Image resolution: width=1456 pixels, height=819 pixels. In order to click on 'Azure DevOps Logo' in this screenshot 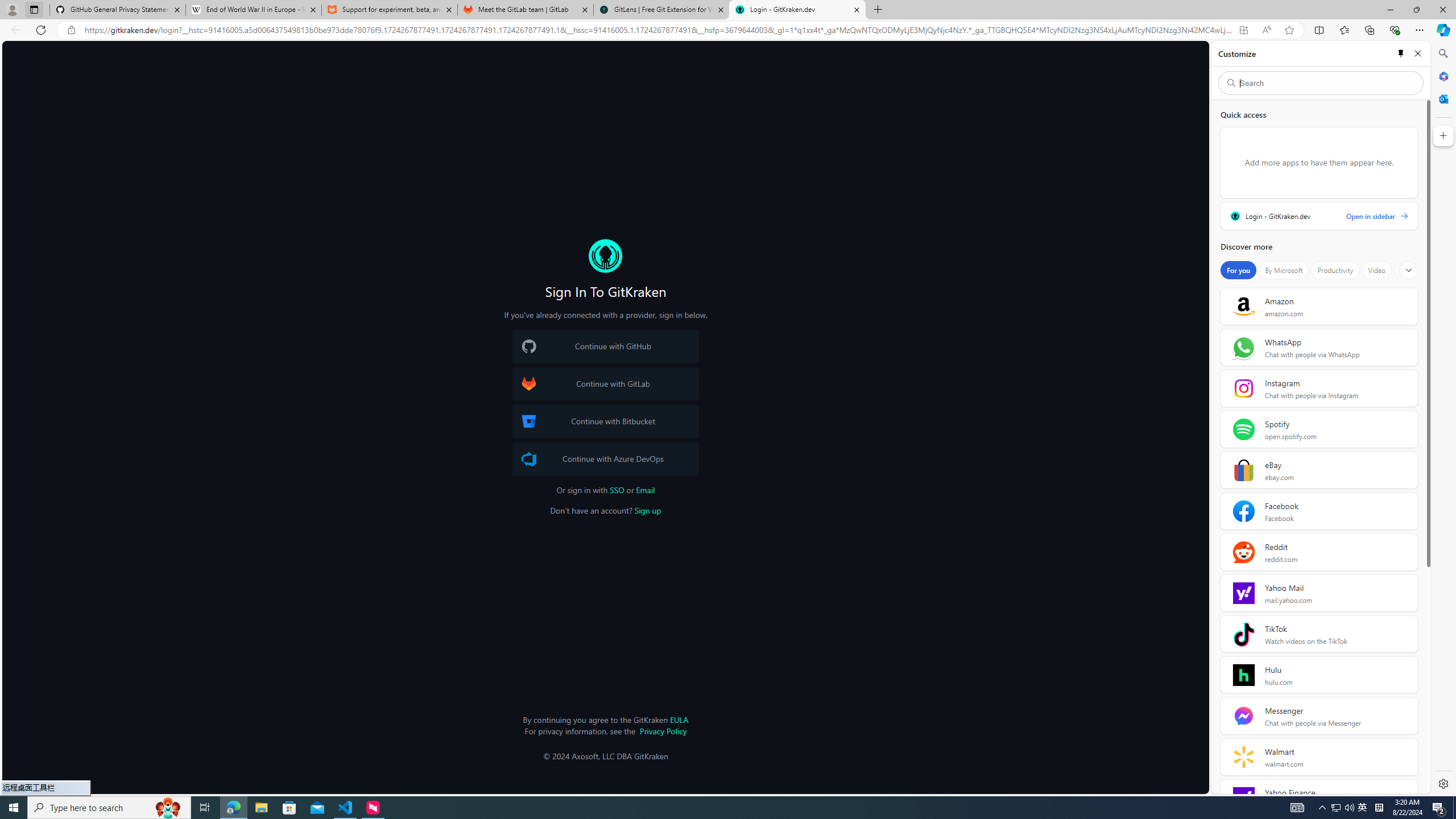, I will do `click(528, 458)`.